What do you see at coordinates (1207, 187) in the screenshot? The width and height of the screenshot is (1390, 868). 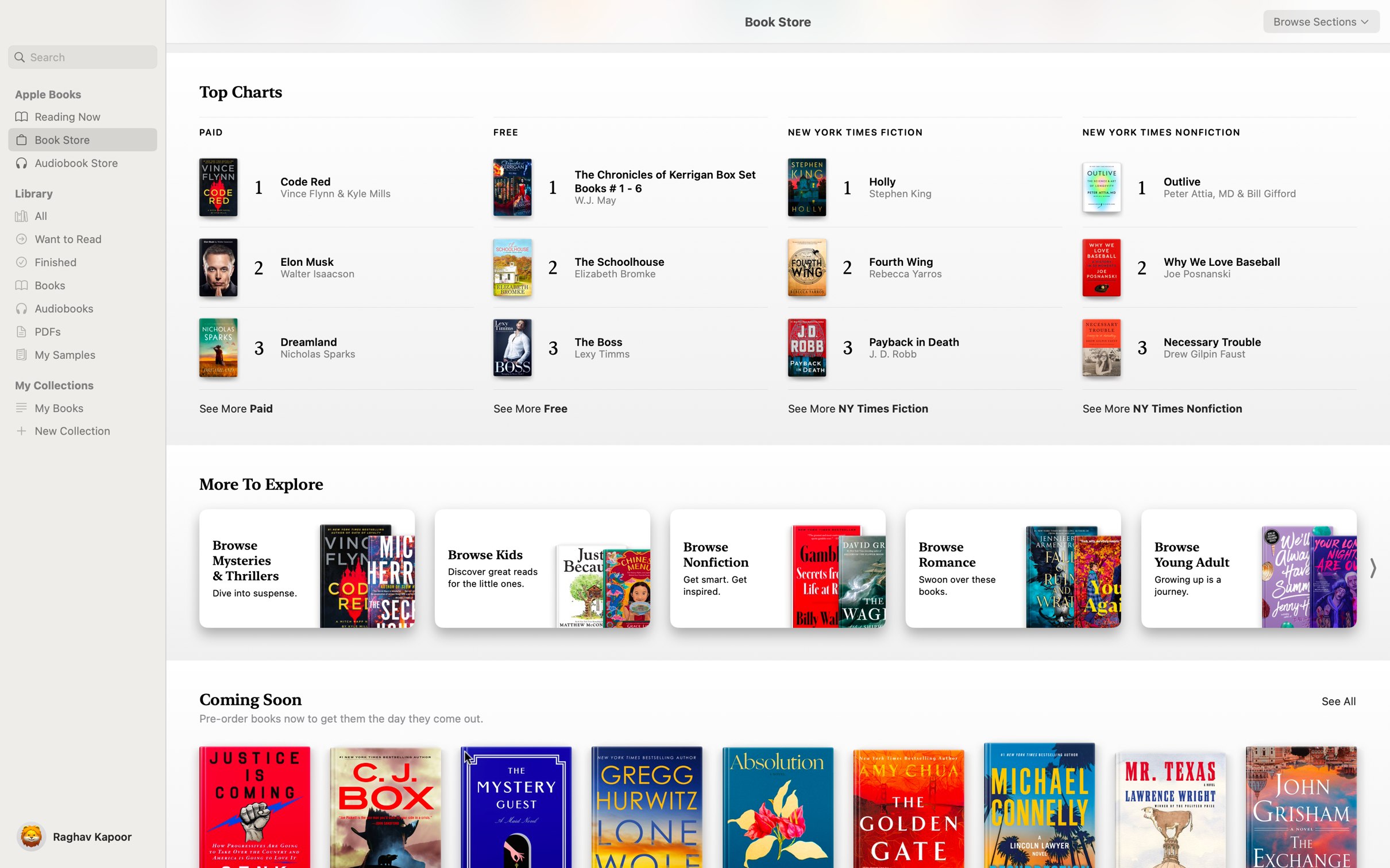 I see `and view "Outlive" from NY Times Notifications` at bounding box center [1207, 187].